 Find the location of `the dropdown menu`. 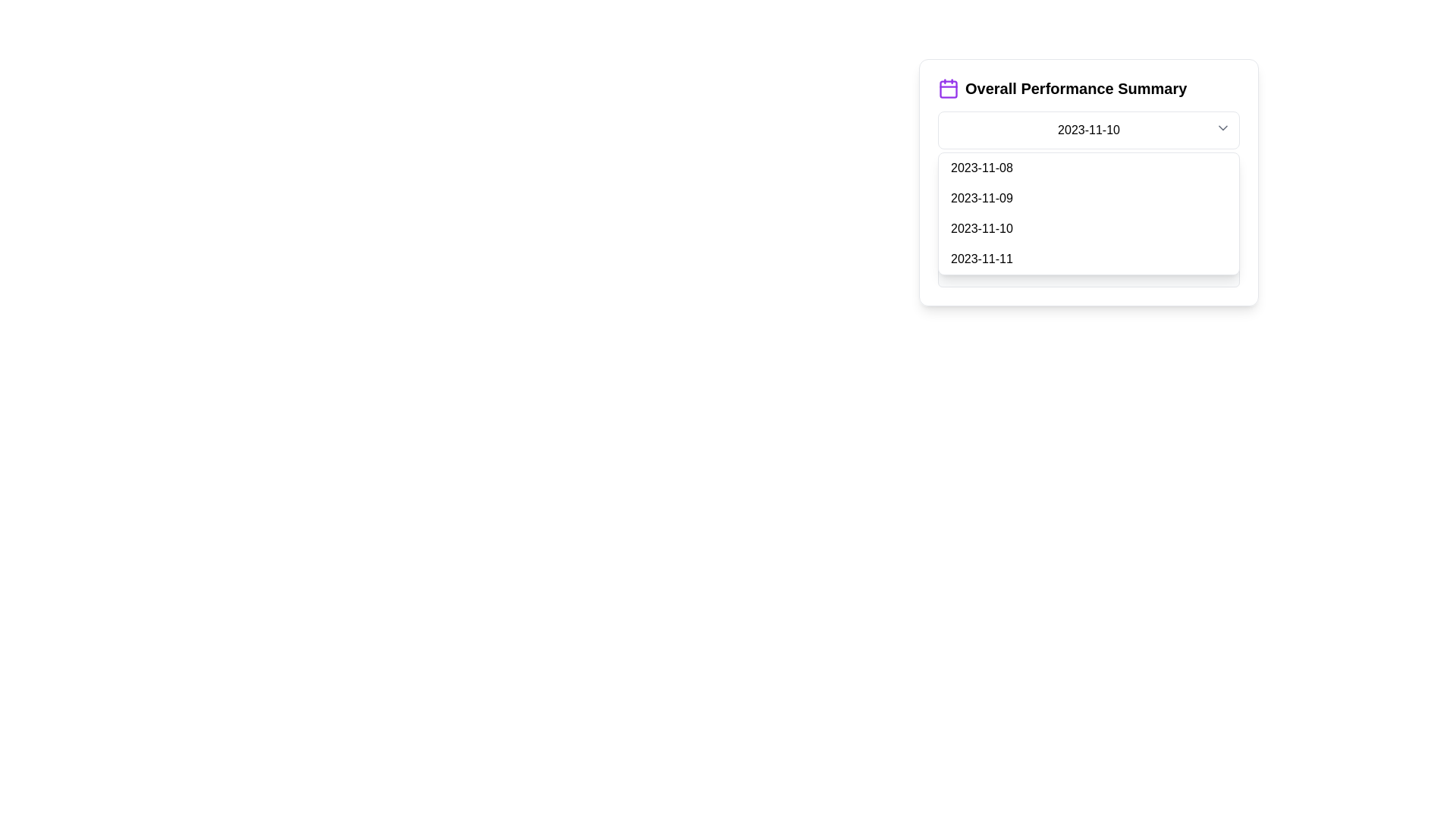

the dropdown menu is located at coordinates (1087, 213).